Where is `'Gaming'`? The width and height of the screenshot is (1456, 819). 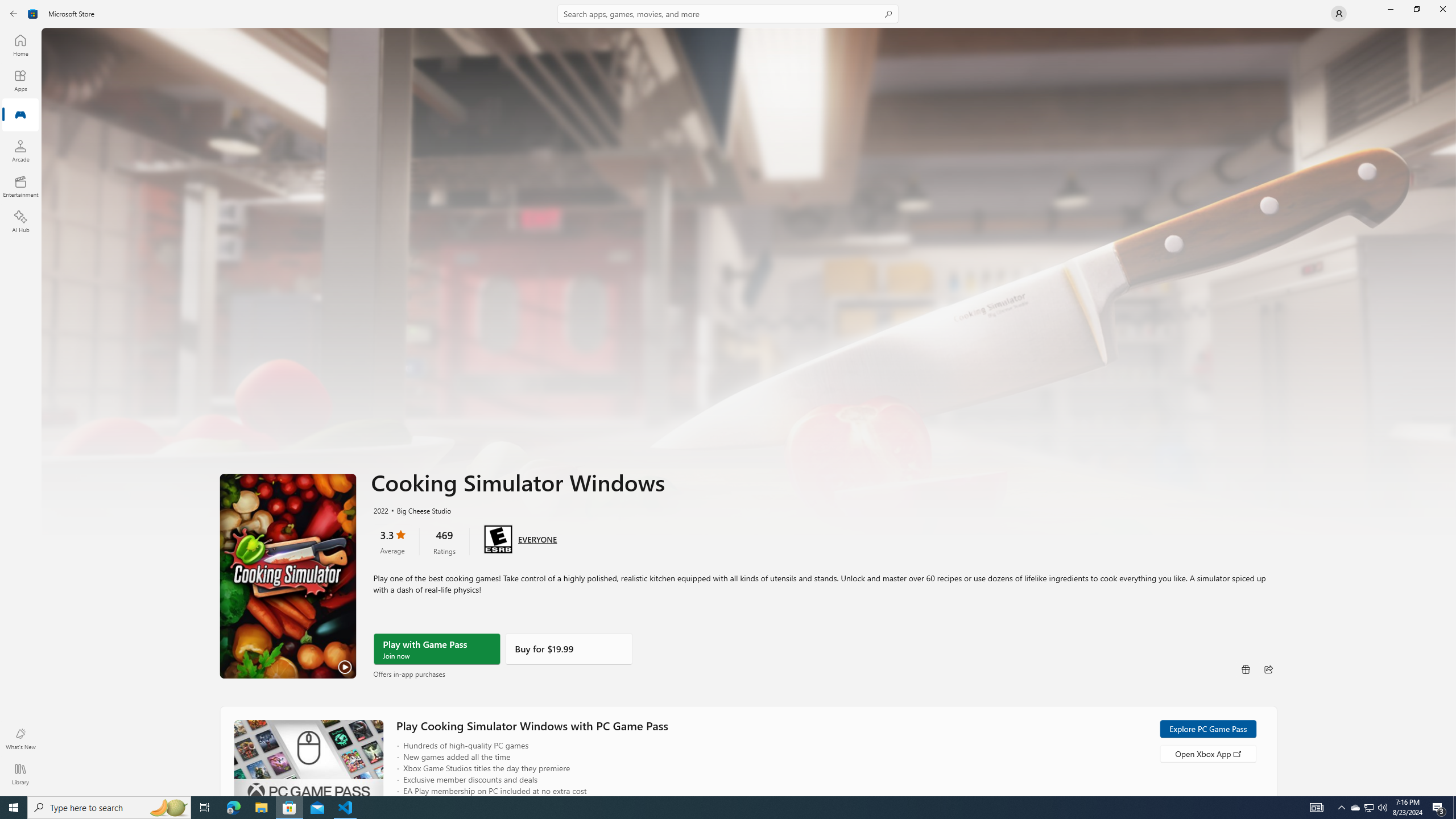 'Gaming' is located at coordinates (19, 115).